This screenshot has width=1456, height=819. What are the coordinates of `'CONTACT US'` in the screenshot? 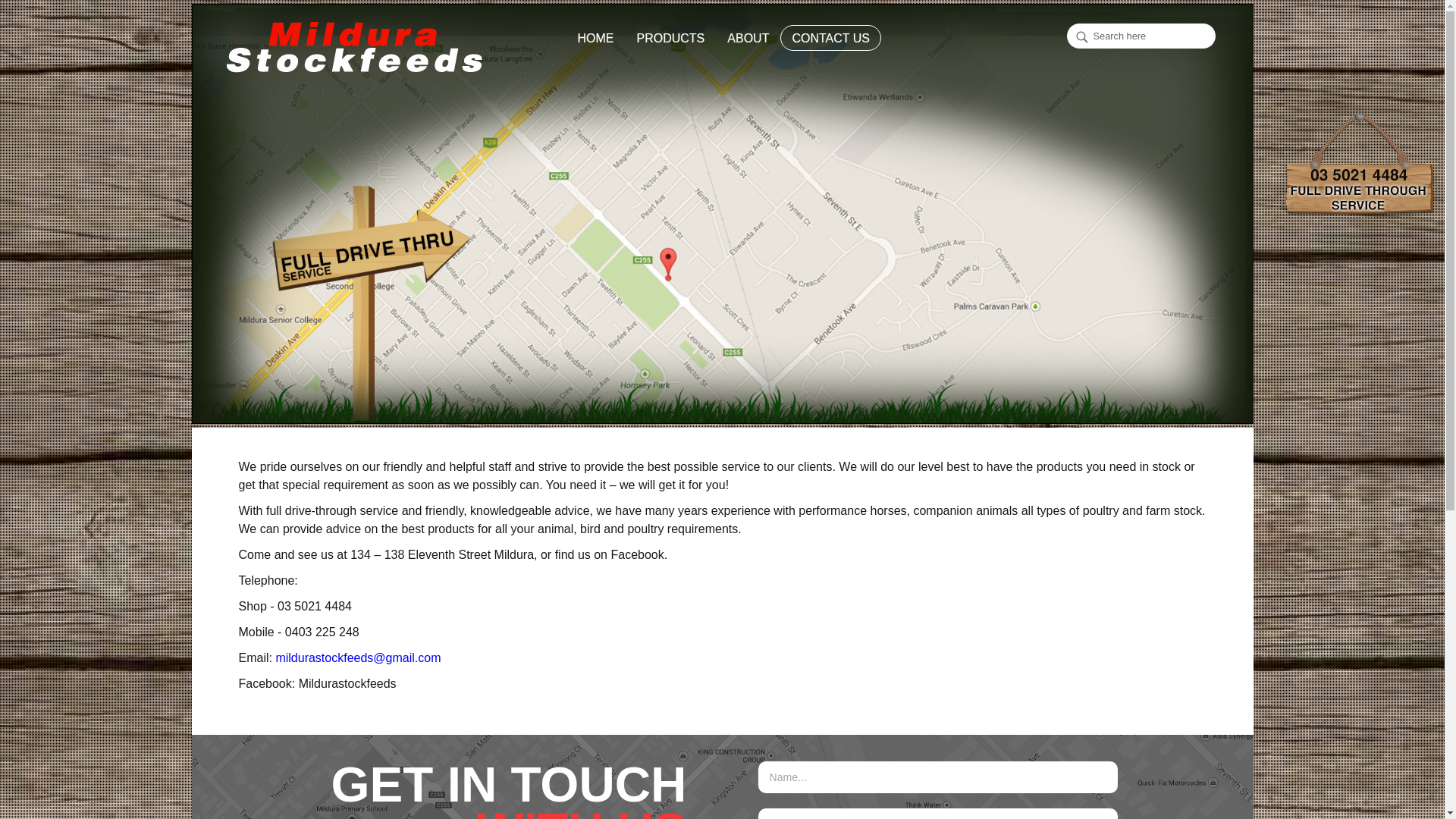 It's located at (830, 37).